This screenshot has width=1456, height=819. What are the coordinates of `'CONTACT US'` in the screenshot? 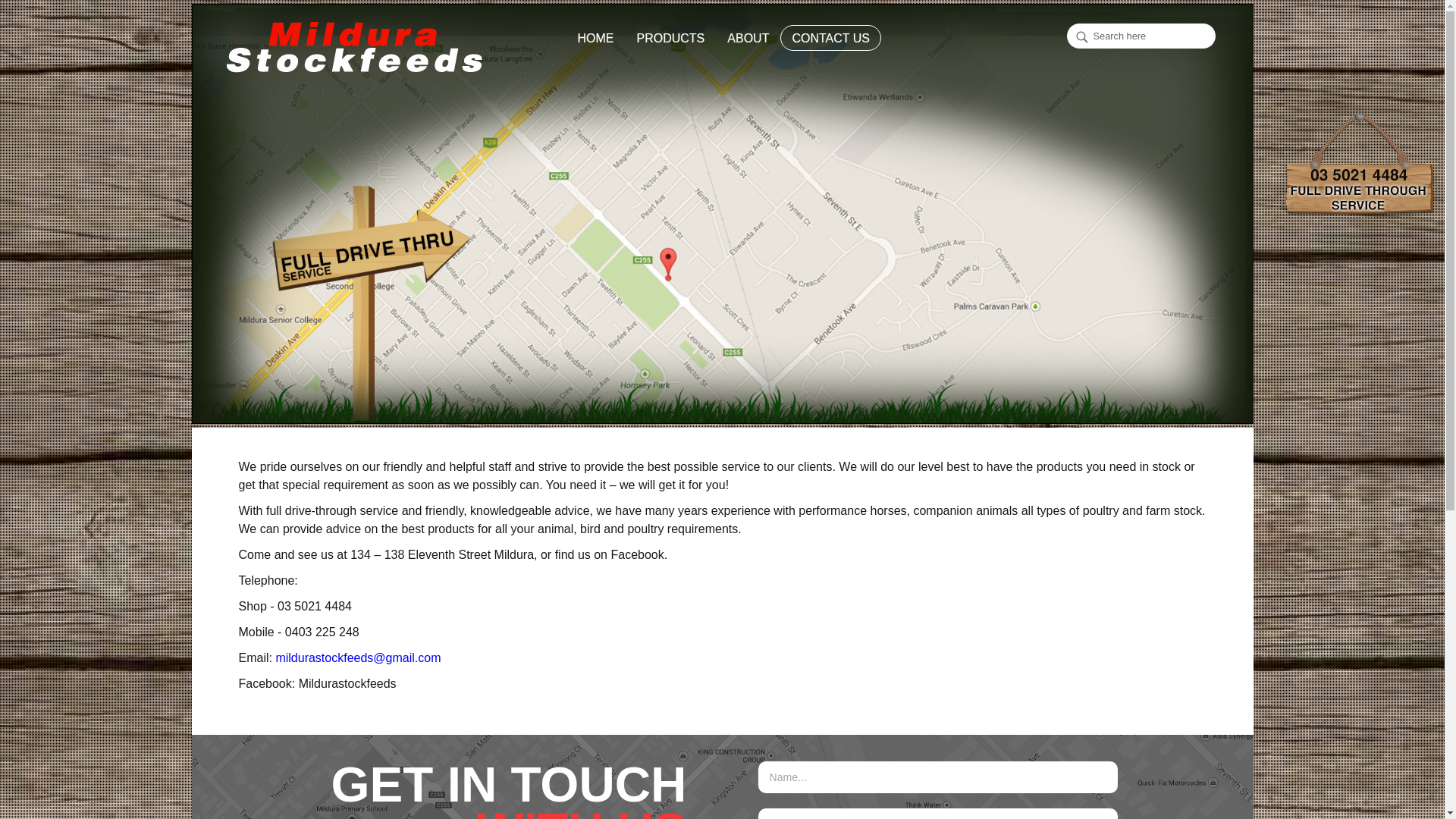 It's located at (830, 37).